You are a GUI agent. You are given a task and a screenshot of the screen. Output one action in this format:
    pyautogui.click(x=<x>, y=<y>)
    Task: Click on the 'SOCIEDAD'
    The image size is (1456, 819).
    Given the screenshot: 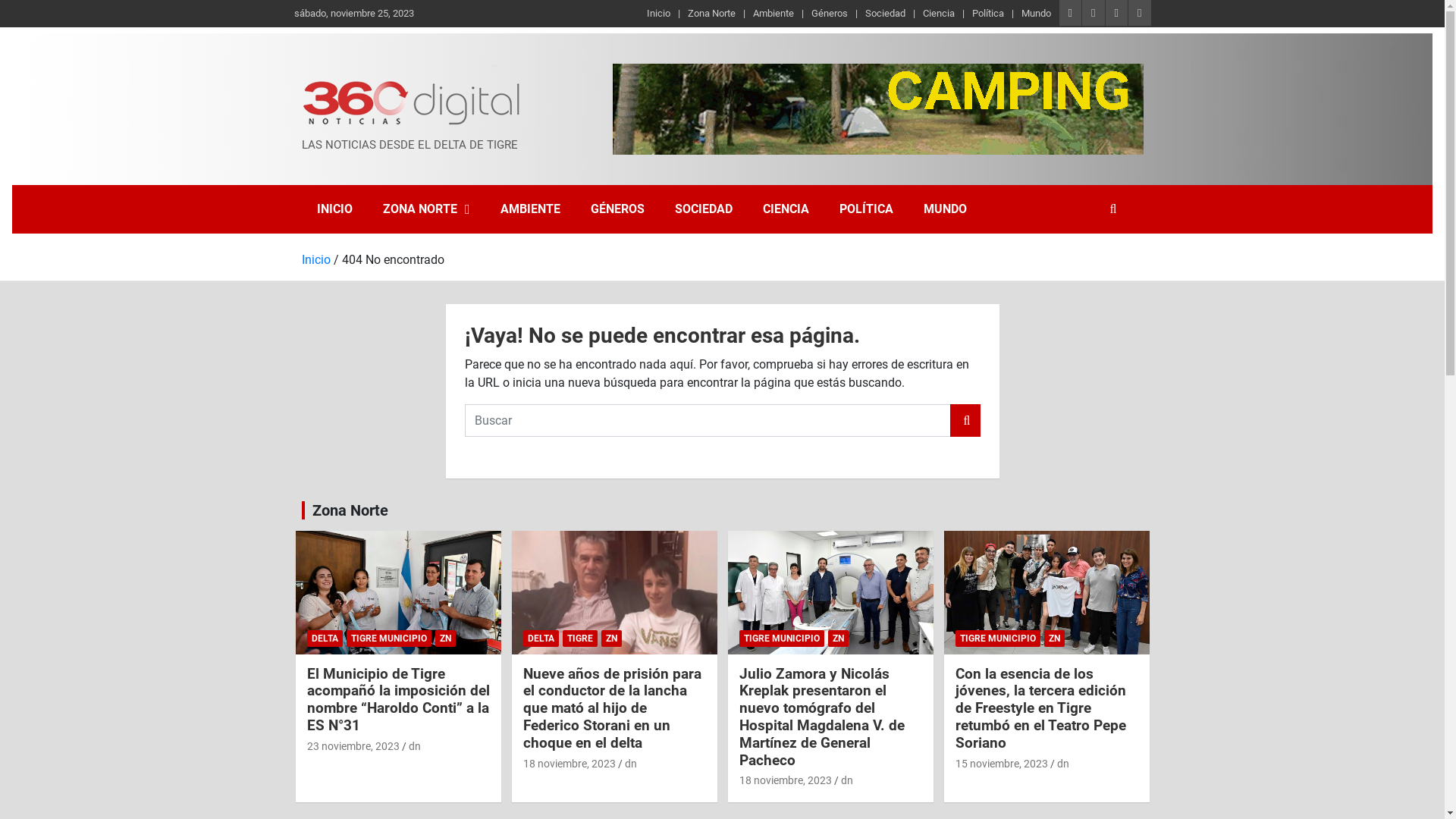 What is the action you would take?
    pyautogui.click(x=702, y=209)
    